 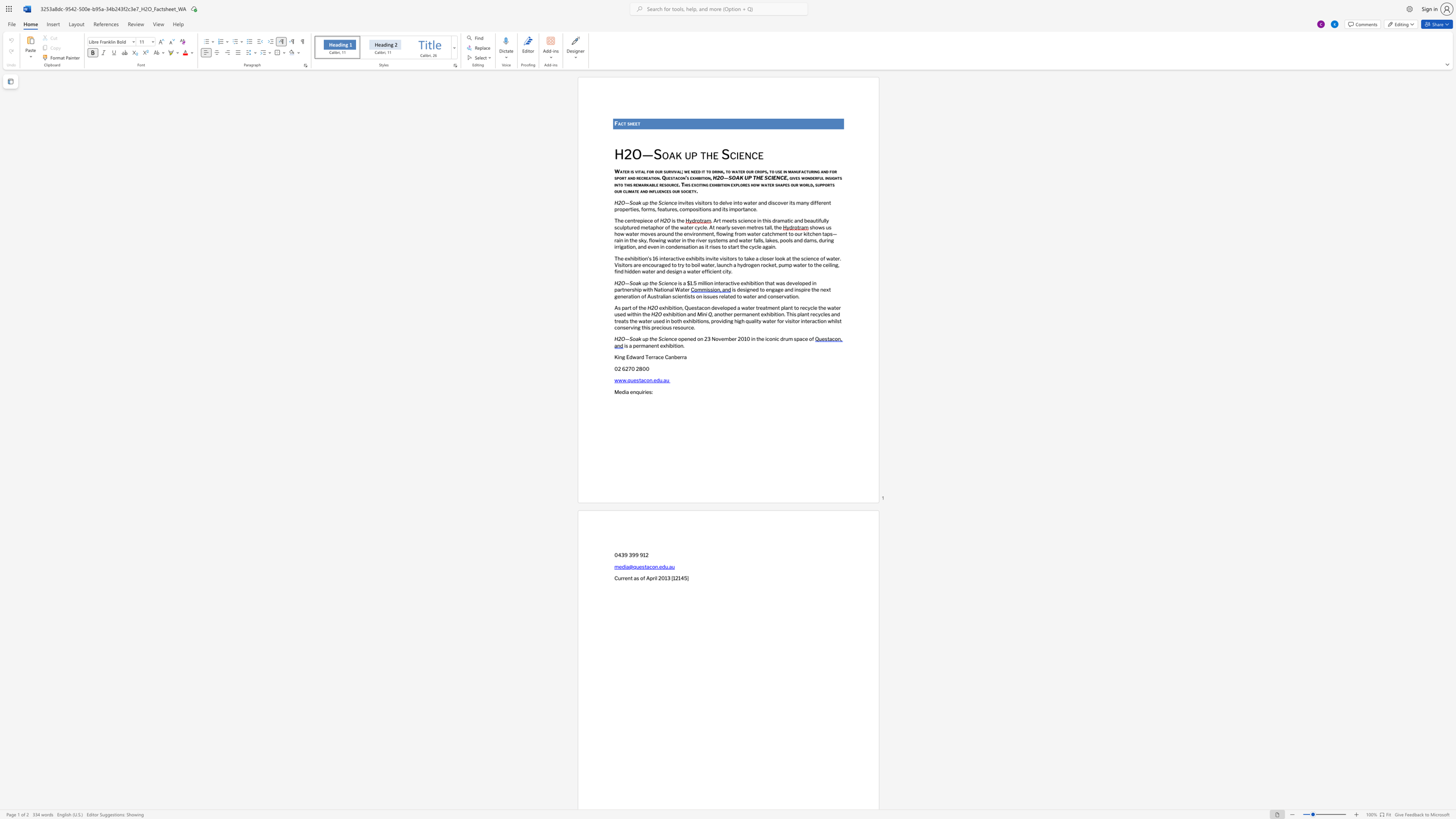 I want to click on the subset text "systems and water falls, lakes, pools and dams, during irrigation, and even in c" within the text "rain in the sky, flowing water in the river systems and water falls, lakes, pools and dams, during irrigation, and even in condensation as it rises to start the cycle again.", so click(x=708, y=240).